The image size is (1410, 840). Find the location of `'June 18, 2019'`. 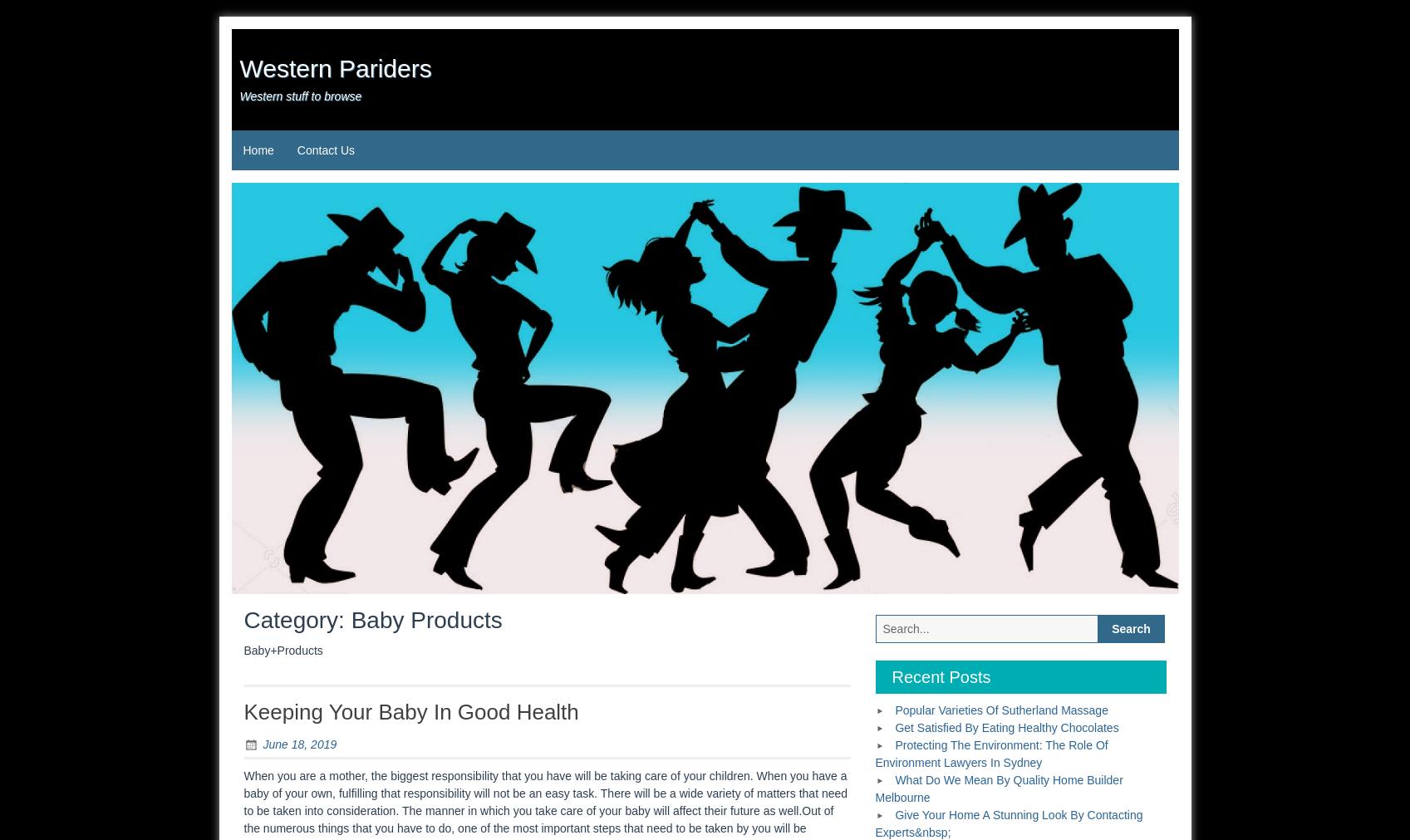

'June 18, 2019' is located at coordinates (299, 744).